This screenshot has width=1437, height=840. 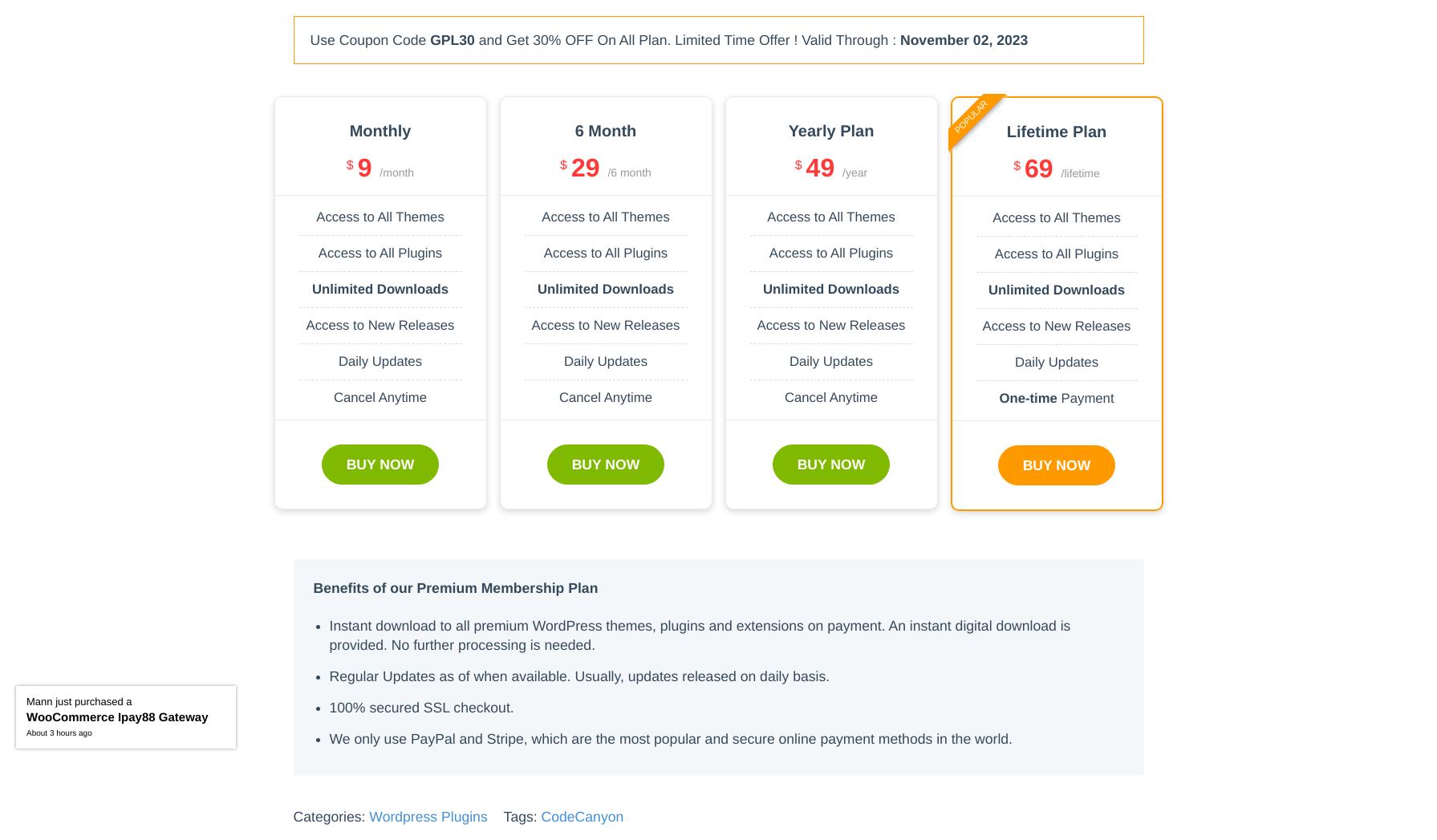 What do you see at coordinates (59, 733) in the screenshot?
I see `'About 3 hours ago'` at bounding box center [59, 733].